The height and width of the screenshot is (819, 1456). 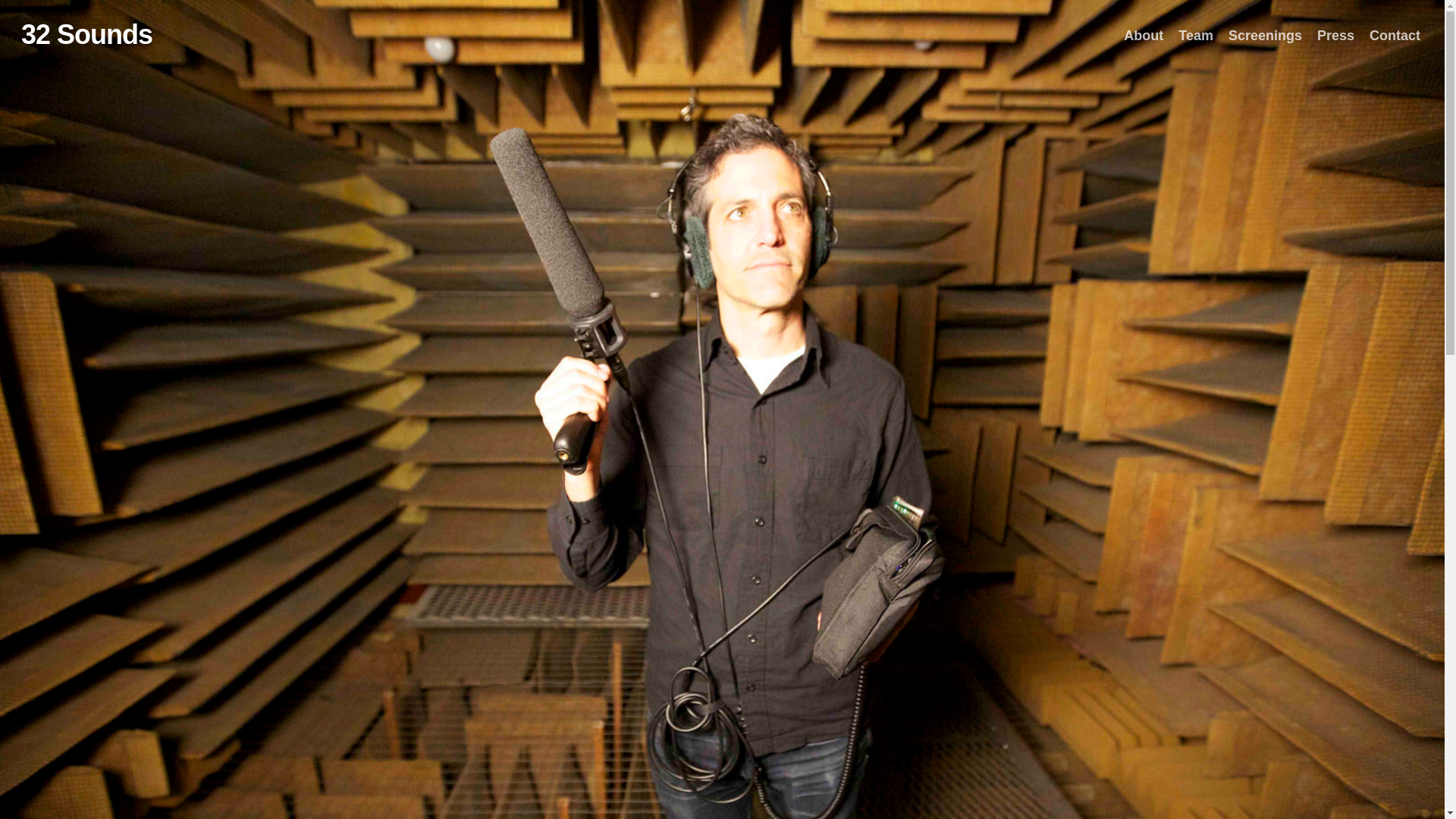 What do you see at coordinates (1143, 34) in the screenshot?
I see `'About'` at bounding box center [1143, 34].